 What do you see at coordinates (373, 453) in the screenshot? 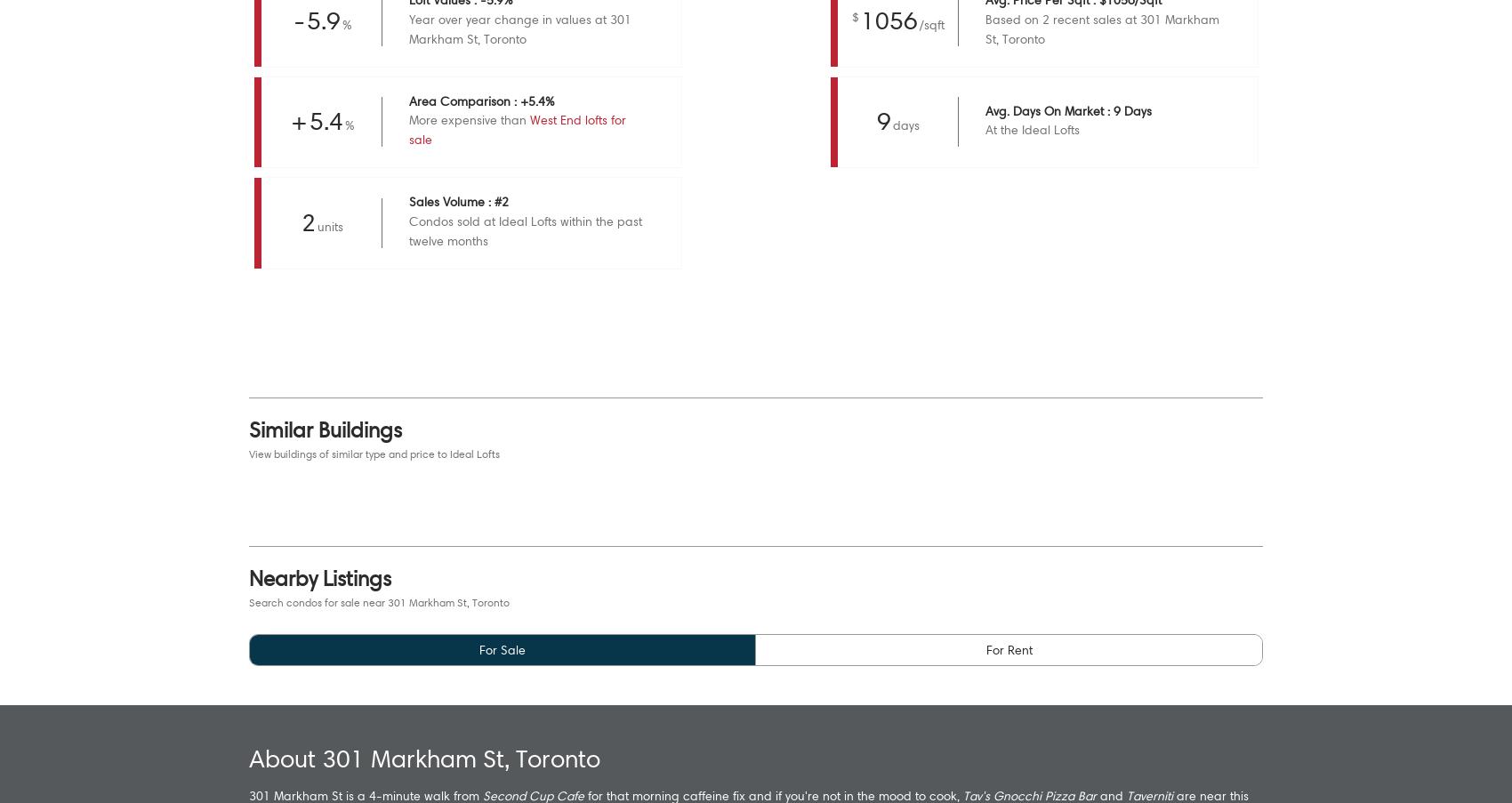
I see `'View buildings of similar type and price to Ideal Lofts'` at bounding box center [373, 453].